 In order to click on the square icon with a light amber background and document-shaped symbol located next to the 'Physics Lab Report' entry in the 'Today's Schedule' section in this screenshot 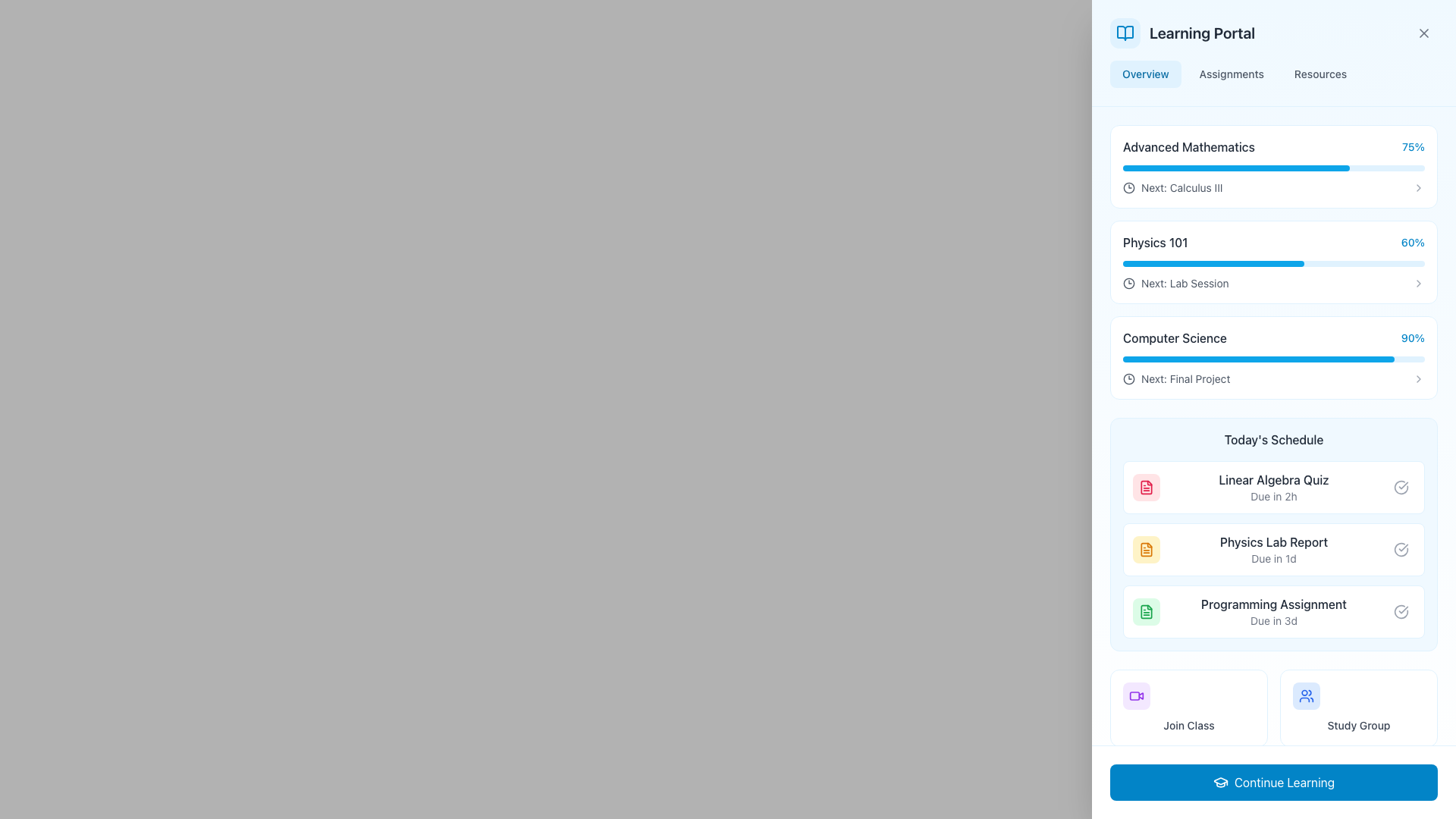, I will do `click(1147, 550)`.